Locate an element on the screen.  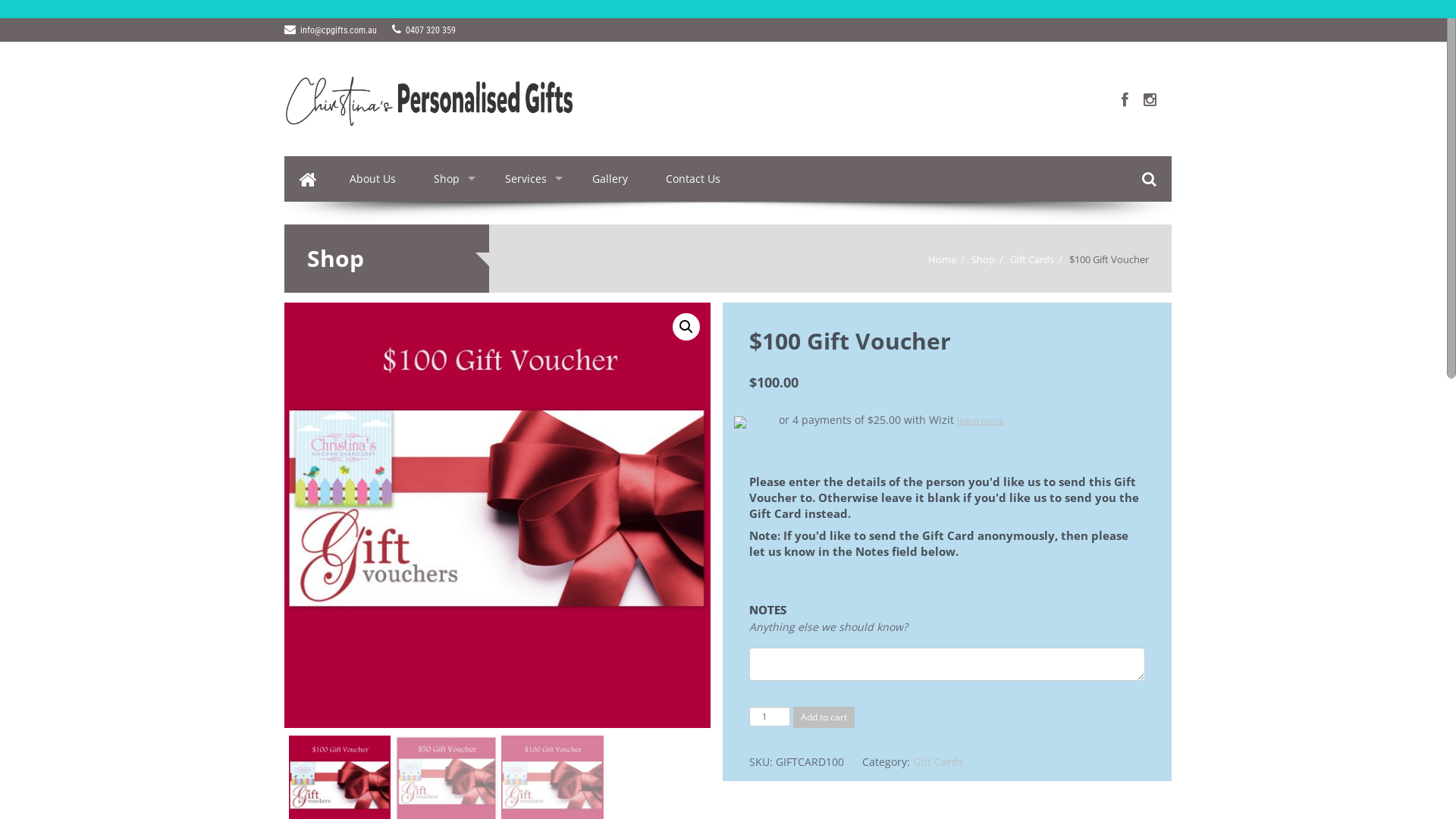
'Gift Cards' is located at coordinates (1009, 259).